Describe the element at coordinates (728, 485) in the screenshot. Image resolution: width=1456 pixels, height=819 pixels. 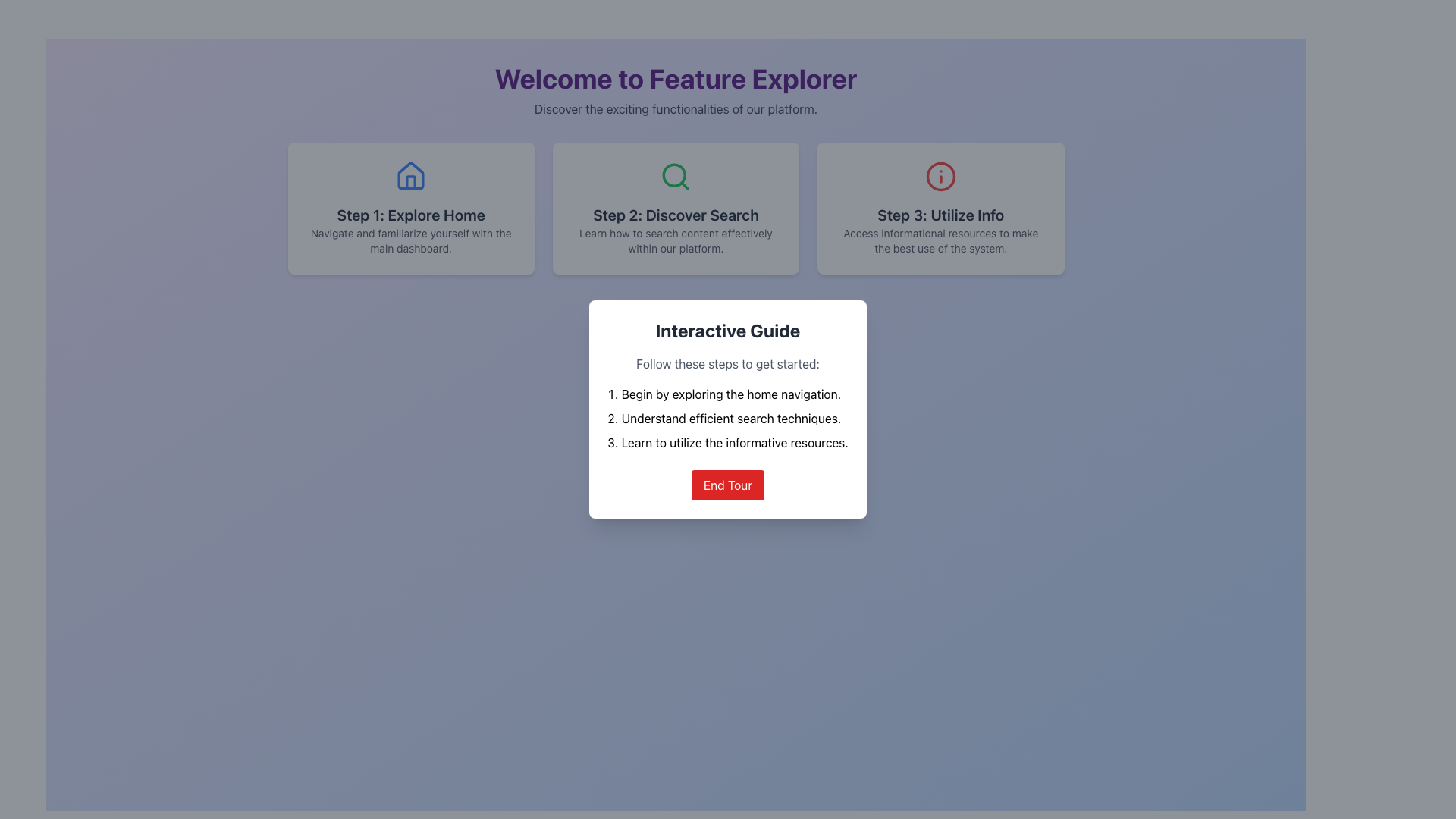
I see `the terminate tour button located centrally within the modal box` at that location.